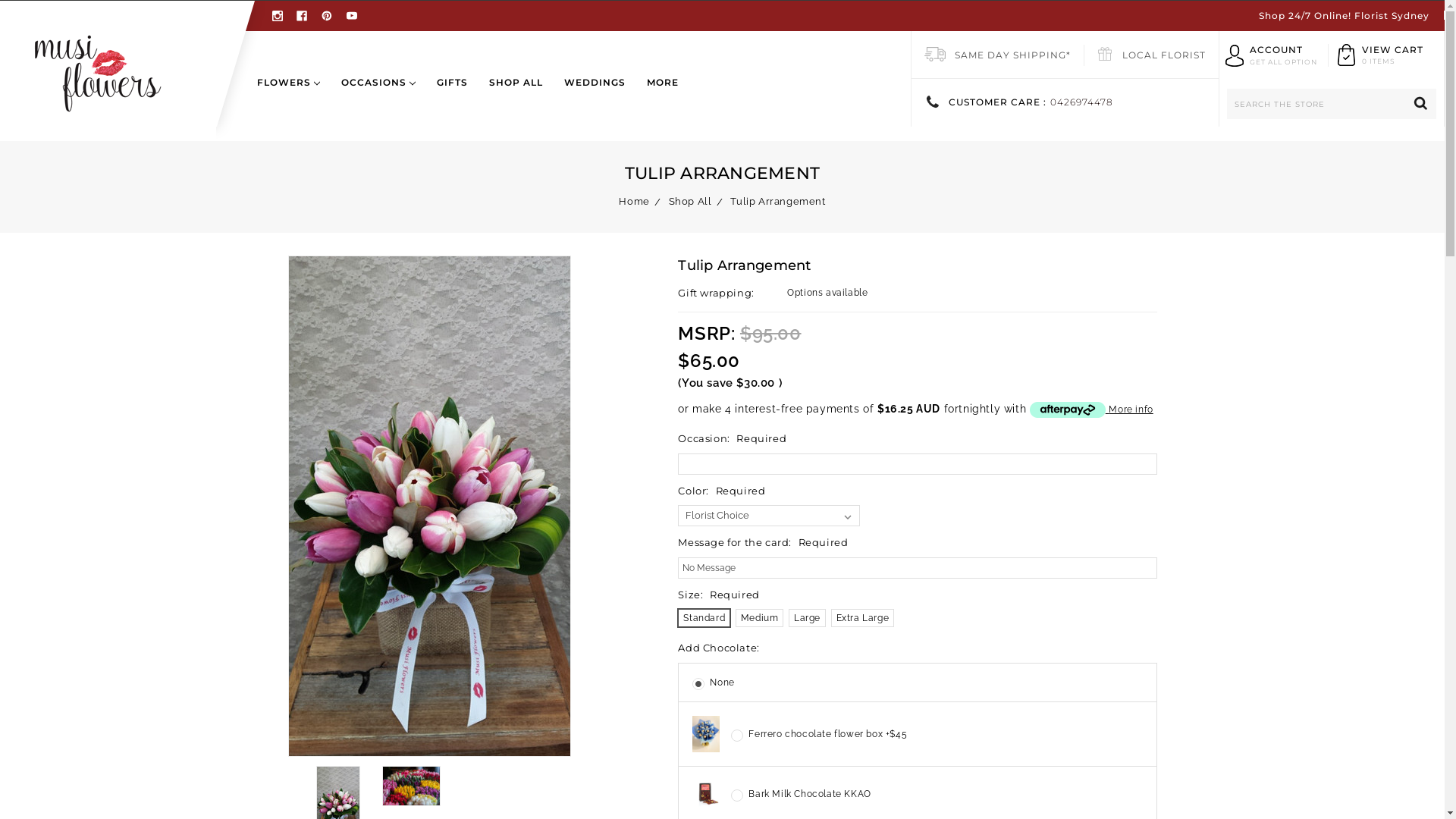 The image size is (1456, 819). Describe the element at coordinates (293, 93) in the screenshot. I see `'FLOWERS'` at that location.